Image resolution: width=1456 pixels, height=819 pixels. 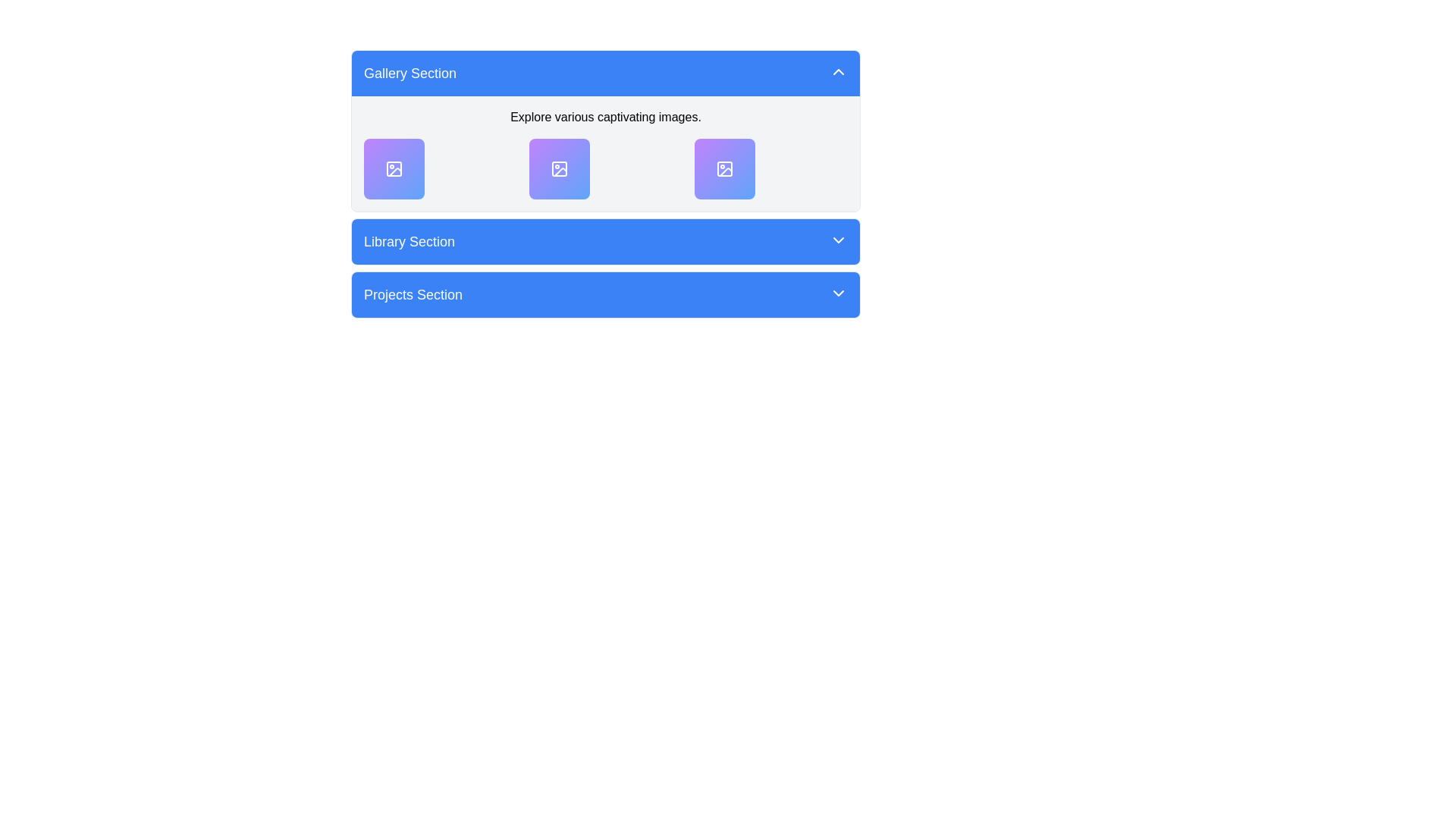 I want to click on the square-shaped card with gradient styling transitioning from purple to blue, which features a white image icon centered within it, so click(x=394, y=169).